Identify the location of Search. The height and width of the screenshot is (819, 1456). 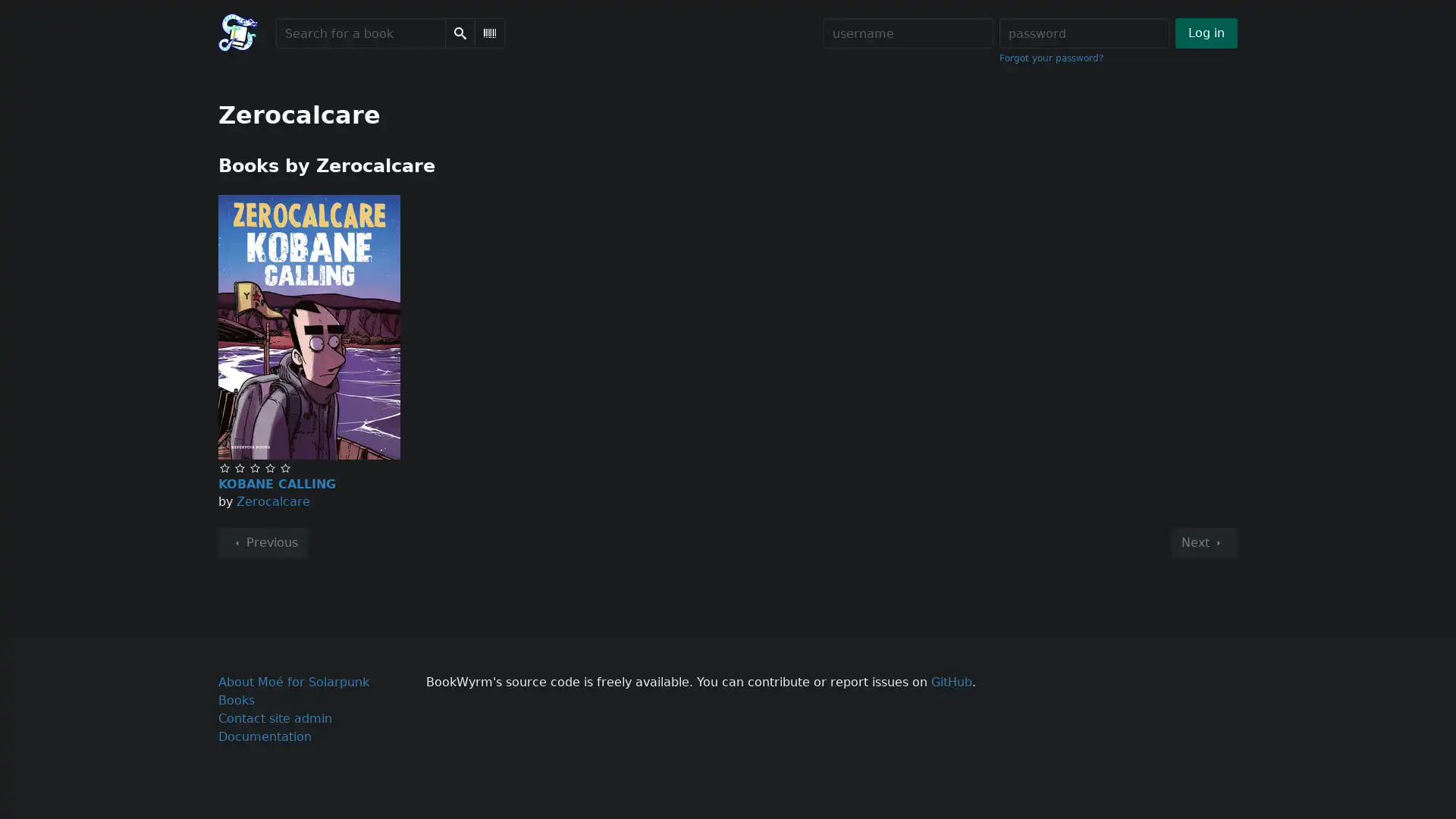
(459, 33).